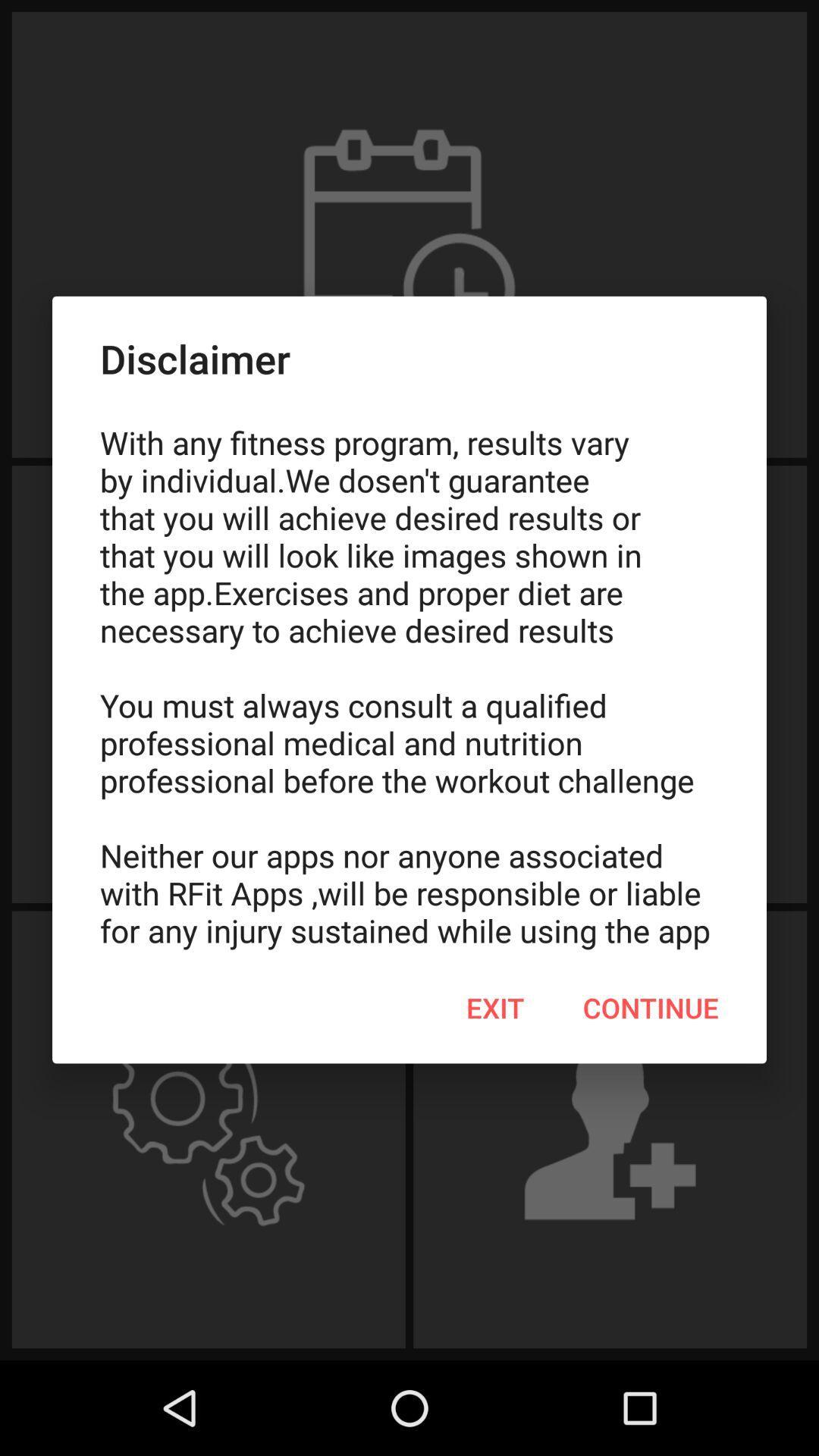 The image size is (819, 1456). What do you see at coordinates (650, 1008) in the screenshot?
I see `the icon next to exit item` at bounding box center [650, 1008].